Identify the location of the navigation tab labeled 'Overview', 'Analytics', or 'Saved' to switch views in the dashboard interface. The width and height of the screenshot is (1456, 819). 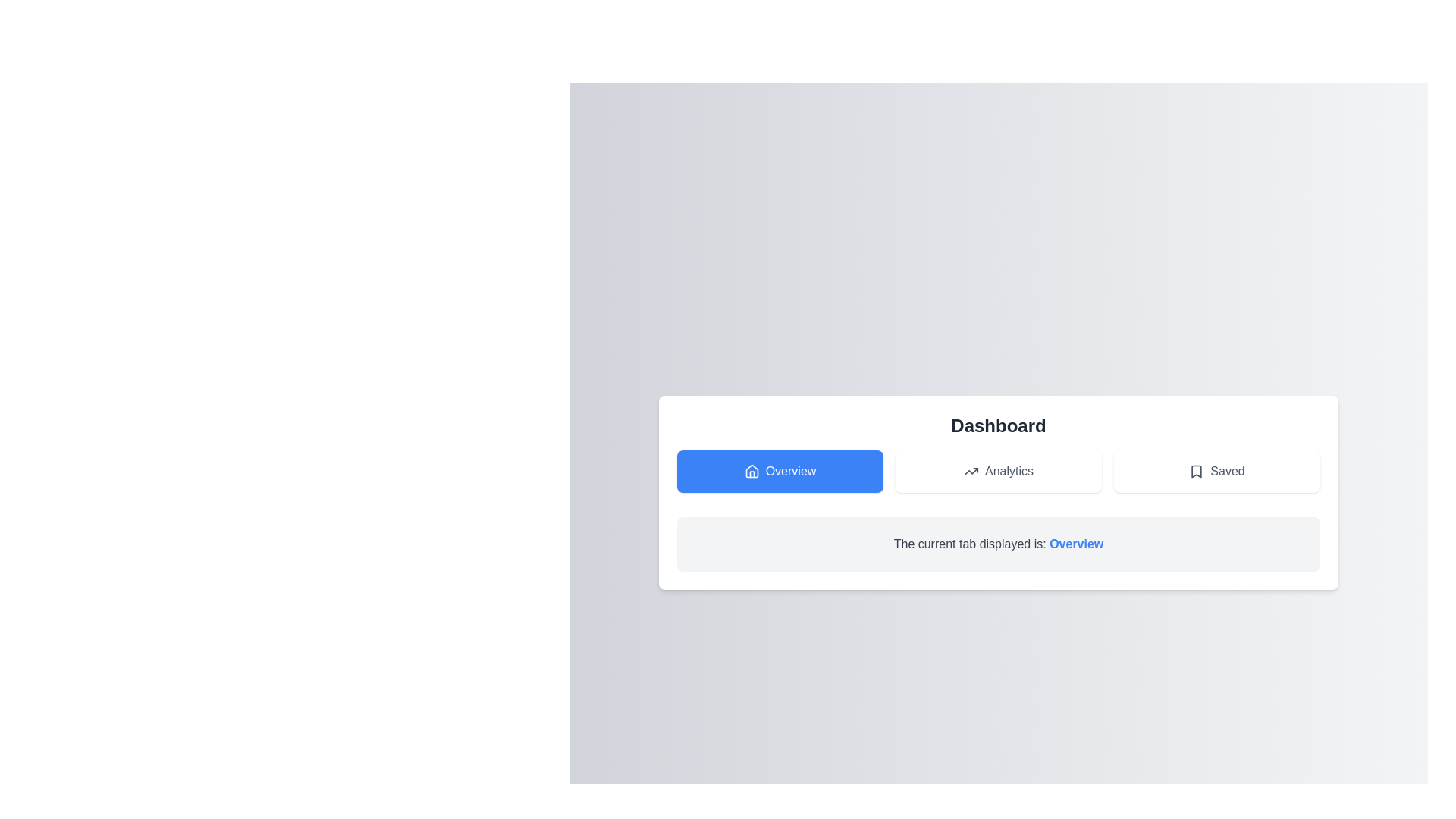
(998, 493).